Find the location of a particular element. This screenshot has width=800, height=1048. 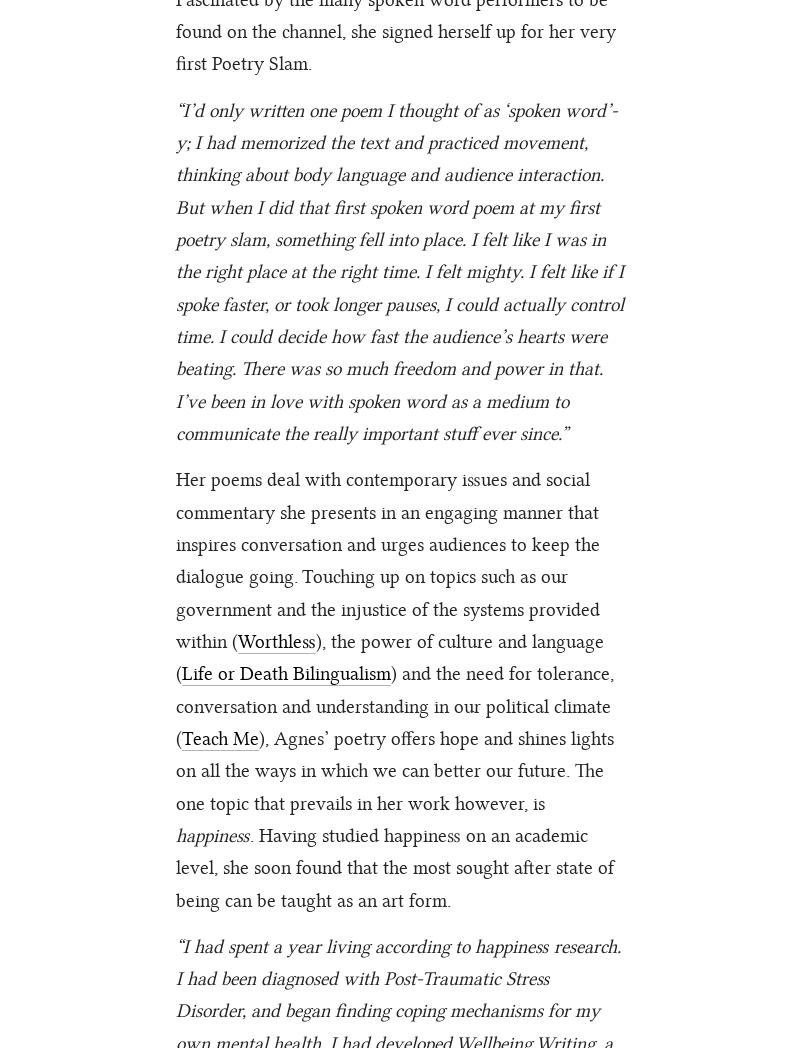

'happiness' is located at coordinates (212, 834).